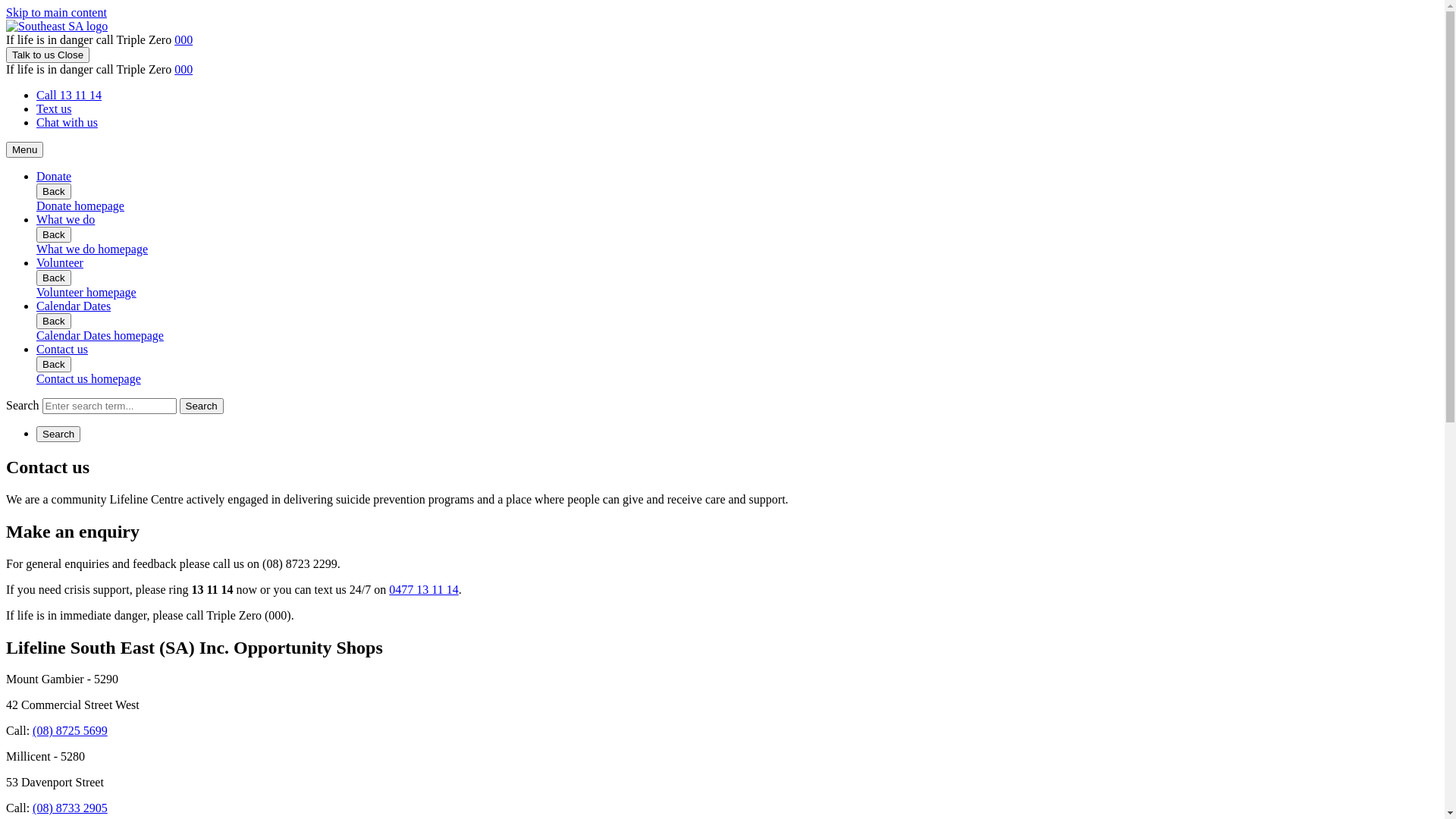  I want to click on 'Talk to us Close', so click(47, 54).